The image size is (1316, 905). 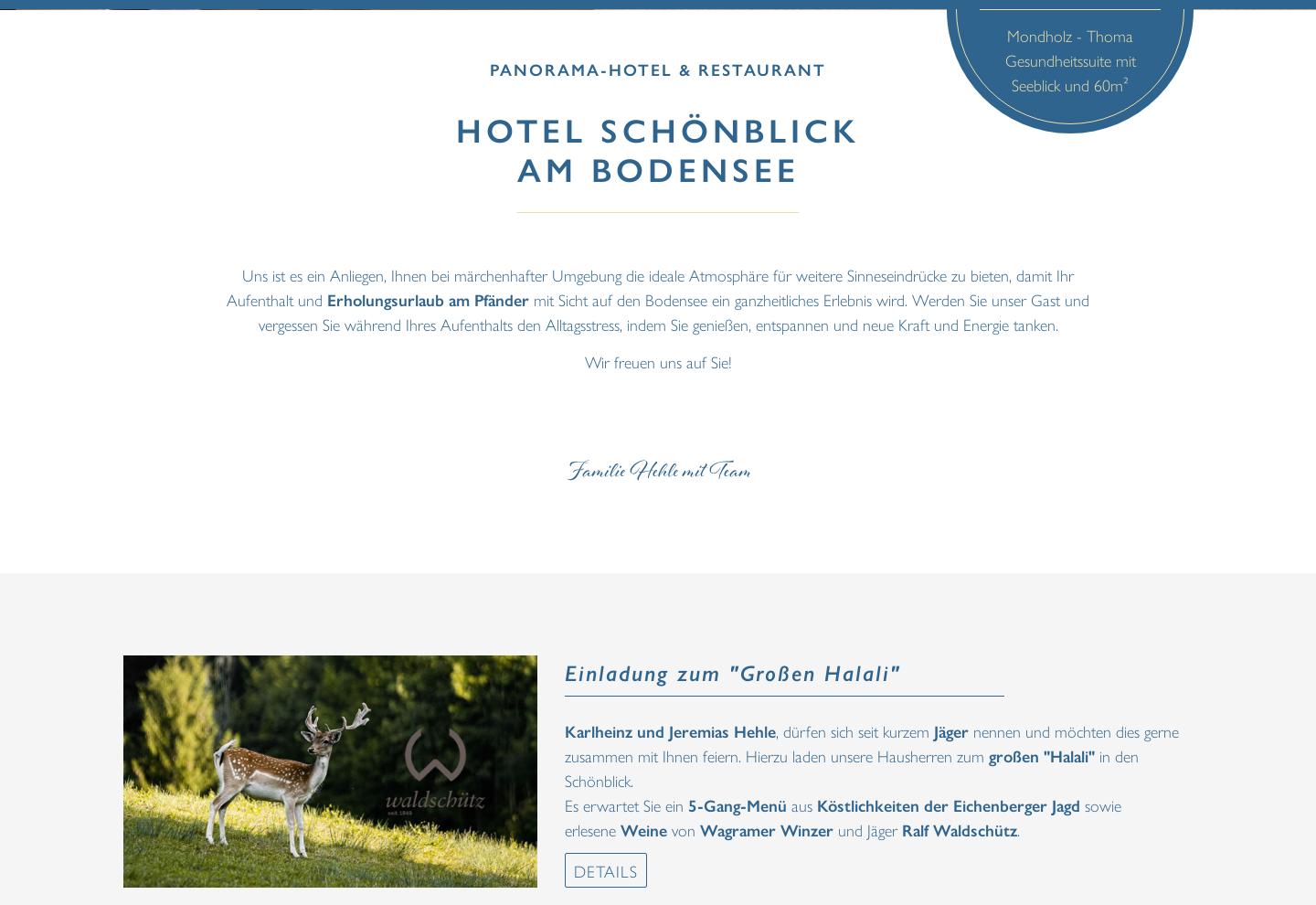 I want to click on 'Köstlichkeiten der Eichenberger Jagd', so click(x=948, y=804).